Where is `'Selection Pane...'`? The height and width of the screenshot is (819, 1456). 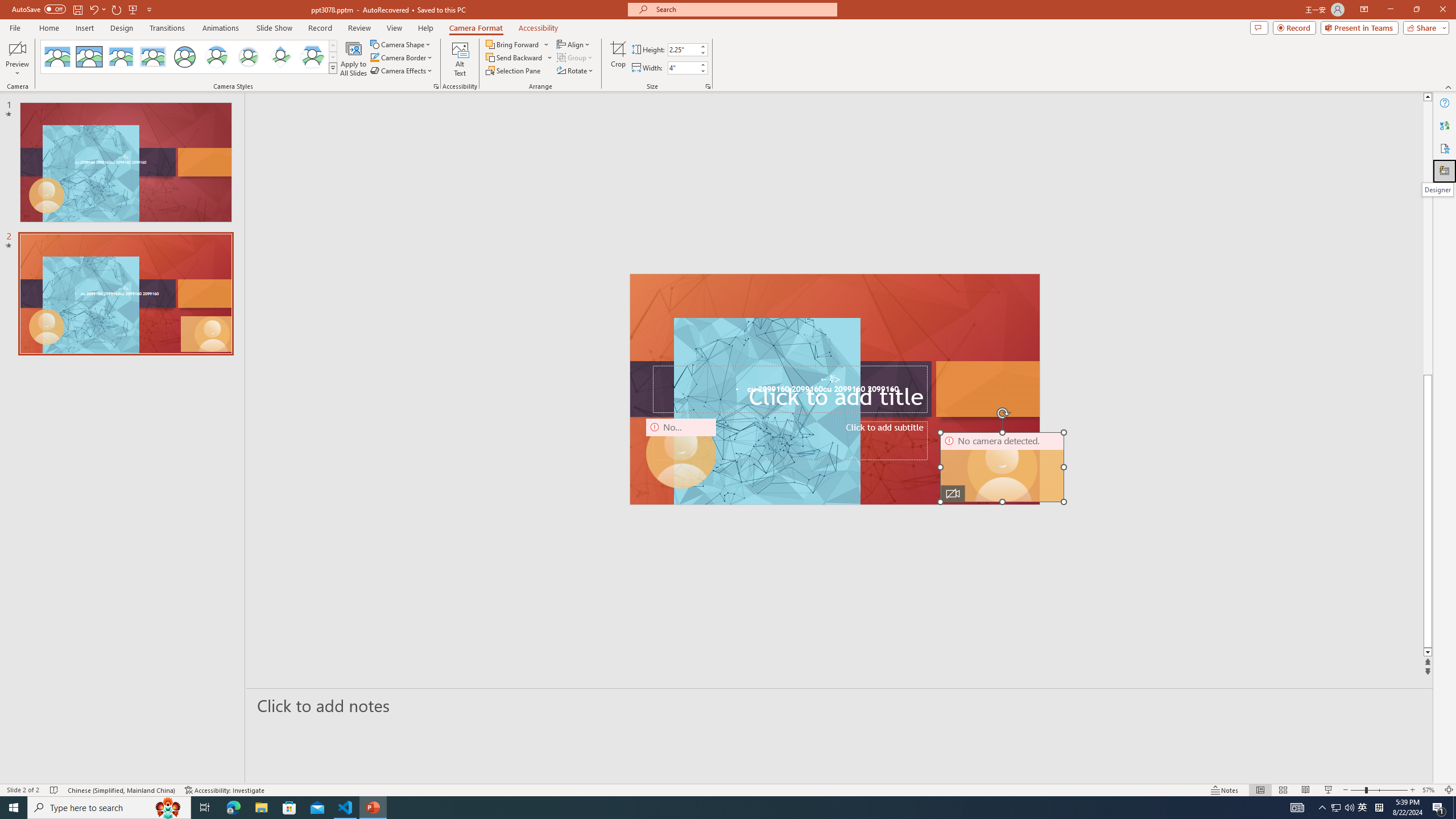
'Selection Pane...' is located at coordinates (513, 69).